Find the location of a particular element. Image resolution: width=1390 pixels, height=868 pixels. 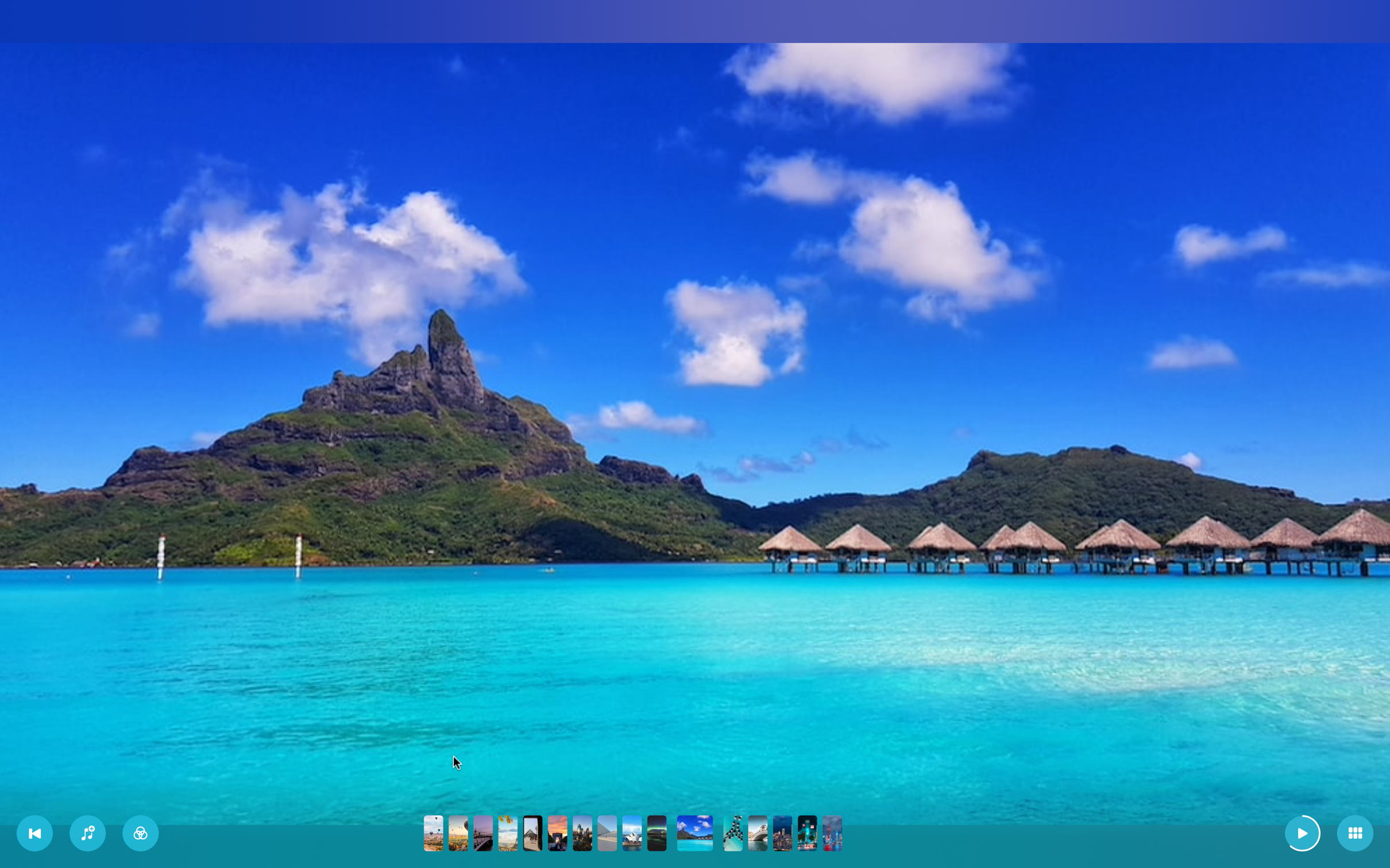

Switch to tile mode is located at coordinates (1355, 834).